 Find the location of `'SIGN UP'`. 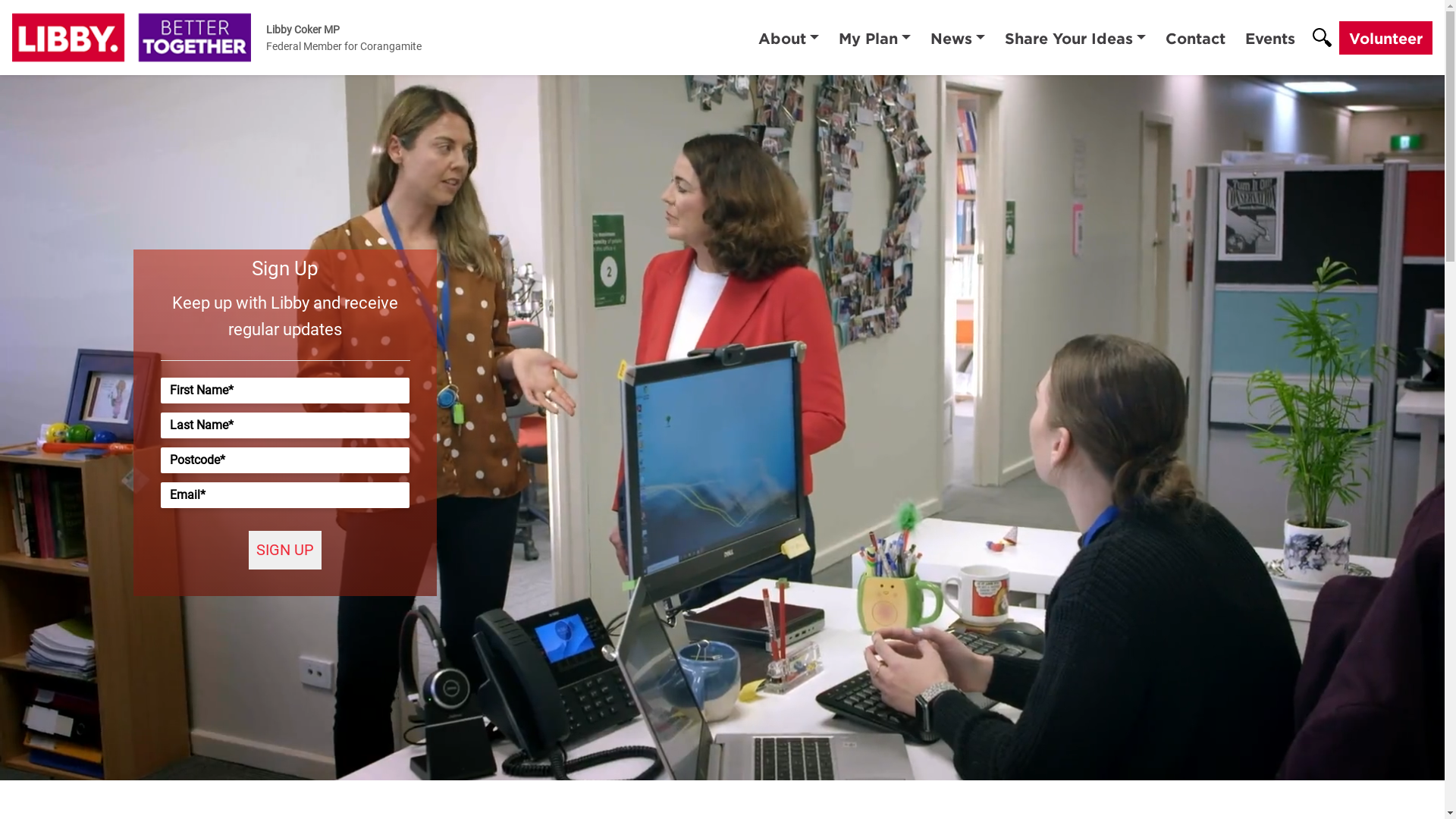

'SIGN UP' is located at coordinates (284, 550).